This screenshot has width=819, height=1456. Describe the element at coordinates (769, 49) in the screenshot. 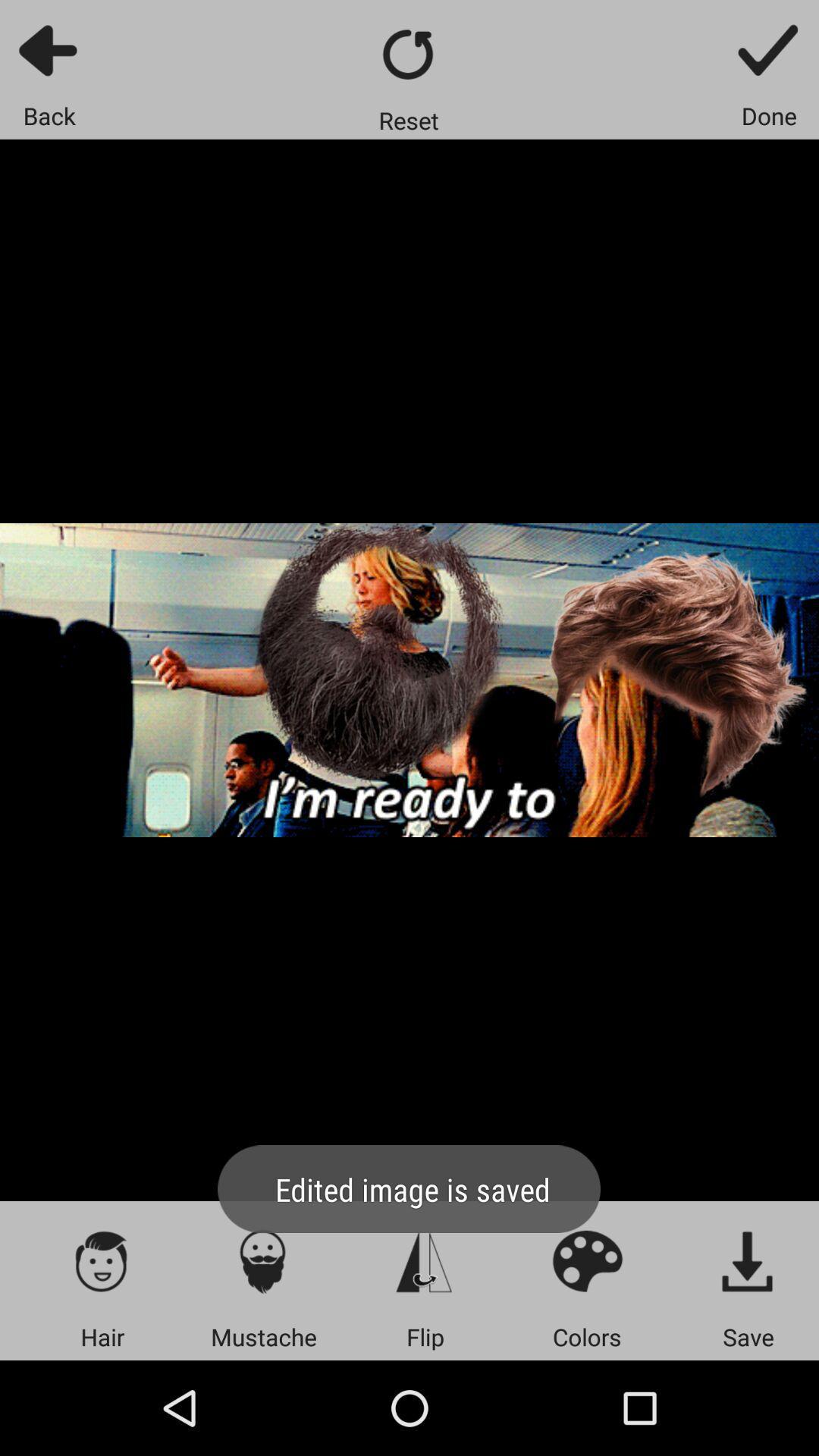

I see `the check icon` at that location.